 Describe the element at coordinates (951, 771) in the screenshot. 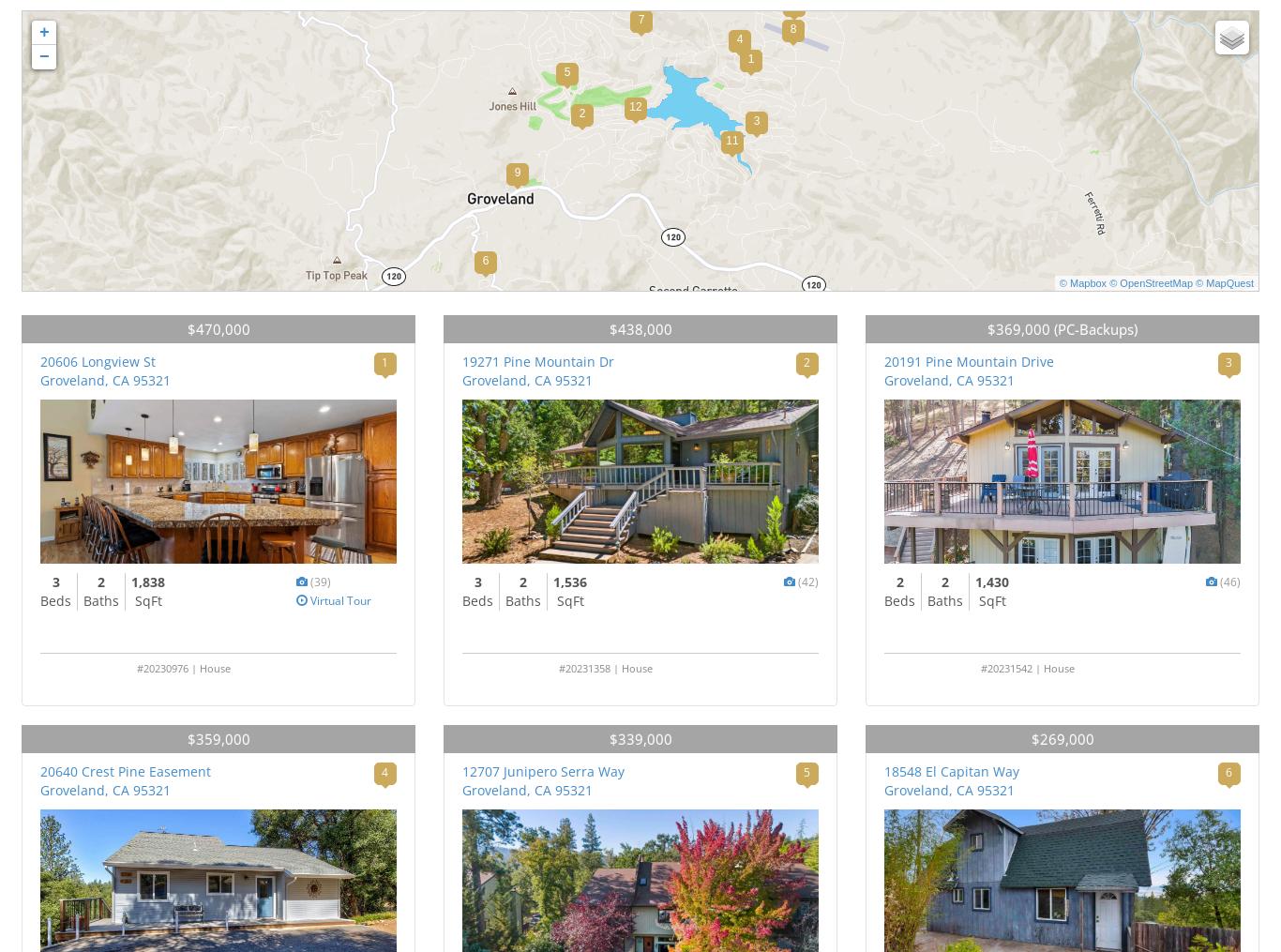

I see `'18548 El Capitan Way'` at that location.